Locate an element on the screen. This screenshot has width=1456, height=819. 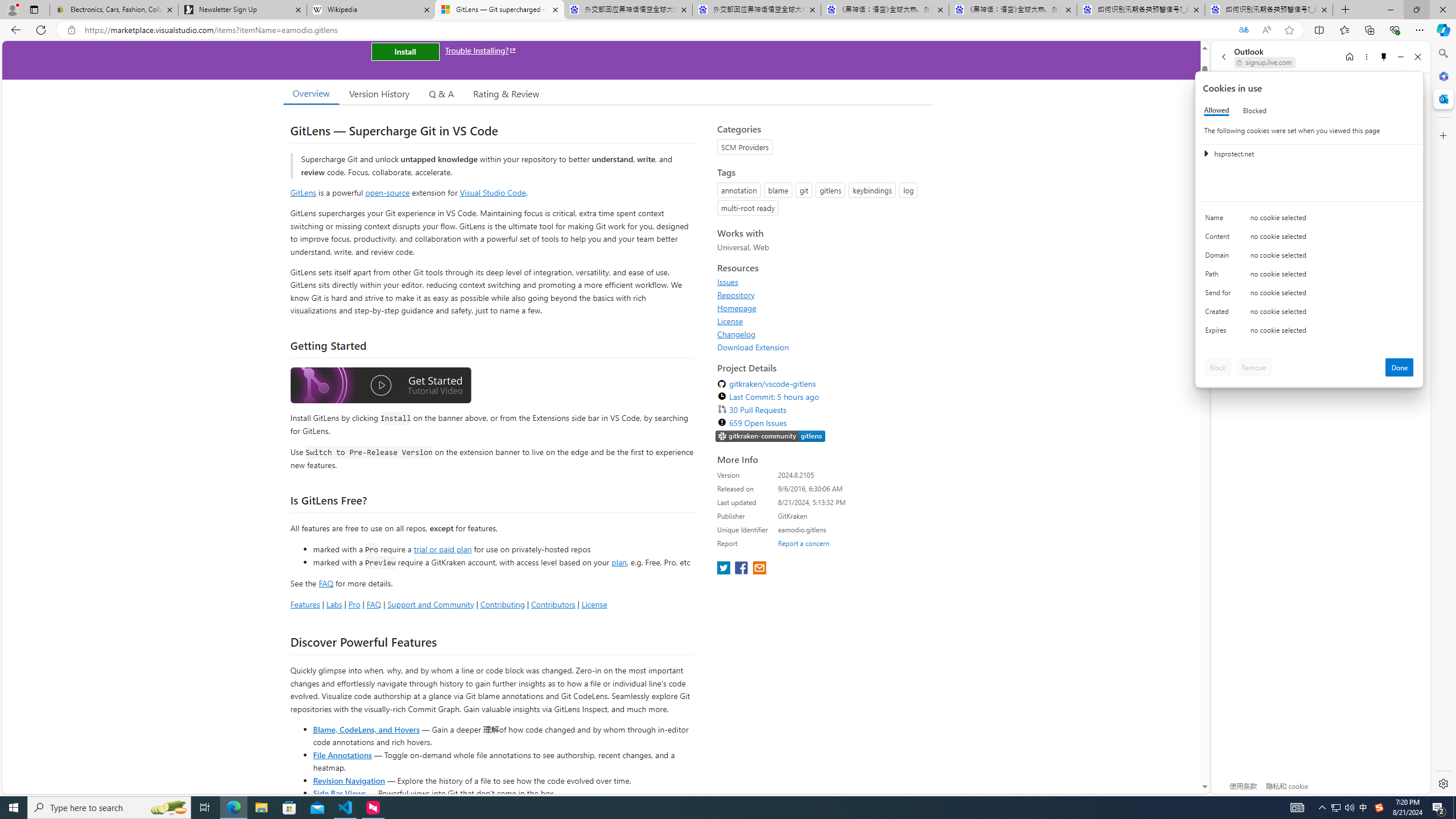
'Domain' is located at coordinates (1219, 257).